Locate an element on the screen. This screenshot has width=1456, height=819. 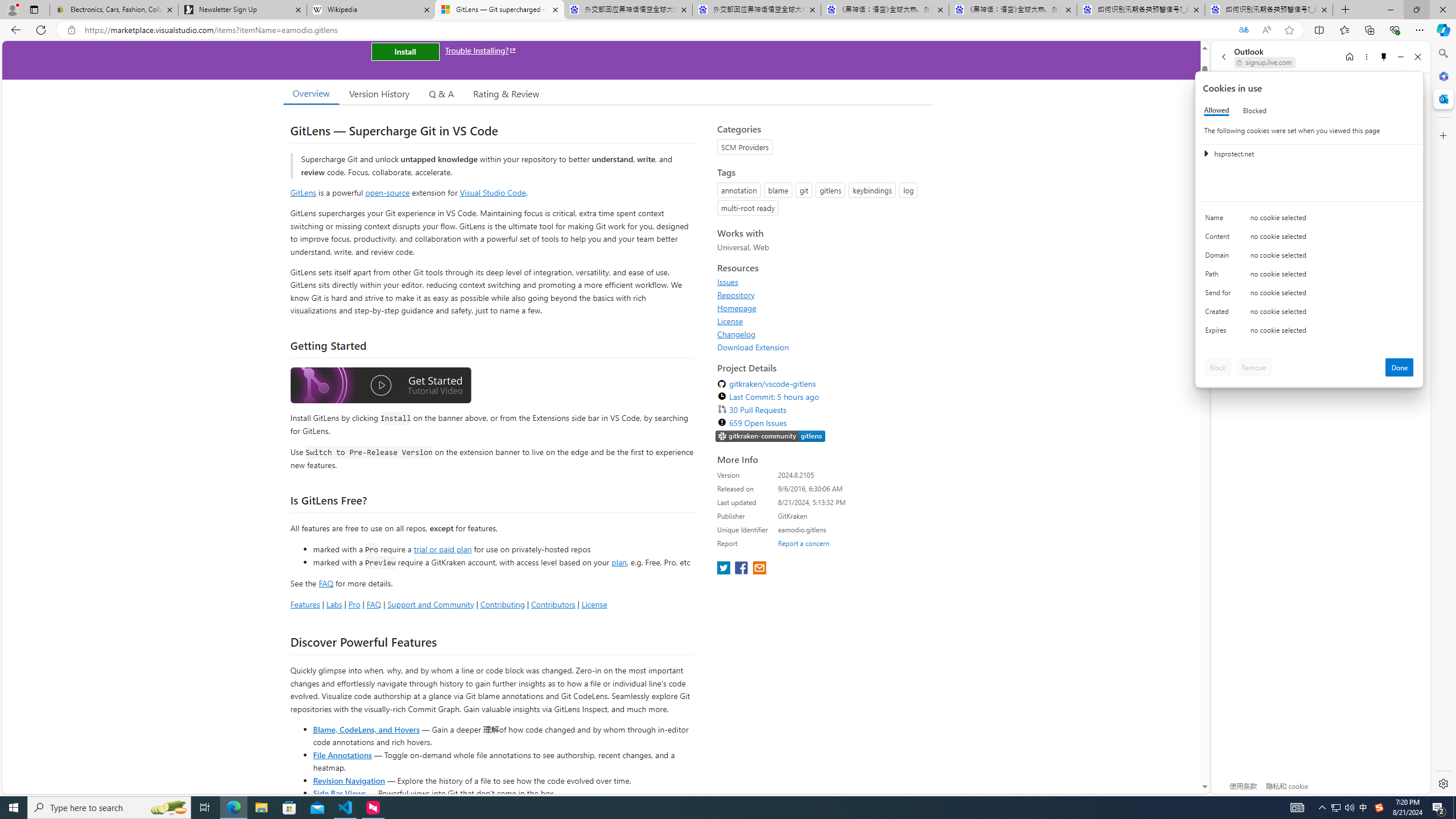
'Domain' is located at coordinates (1219, 257).